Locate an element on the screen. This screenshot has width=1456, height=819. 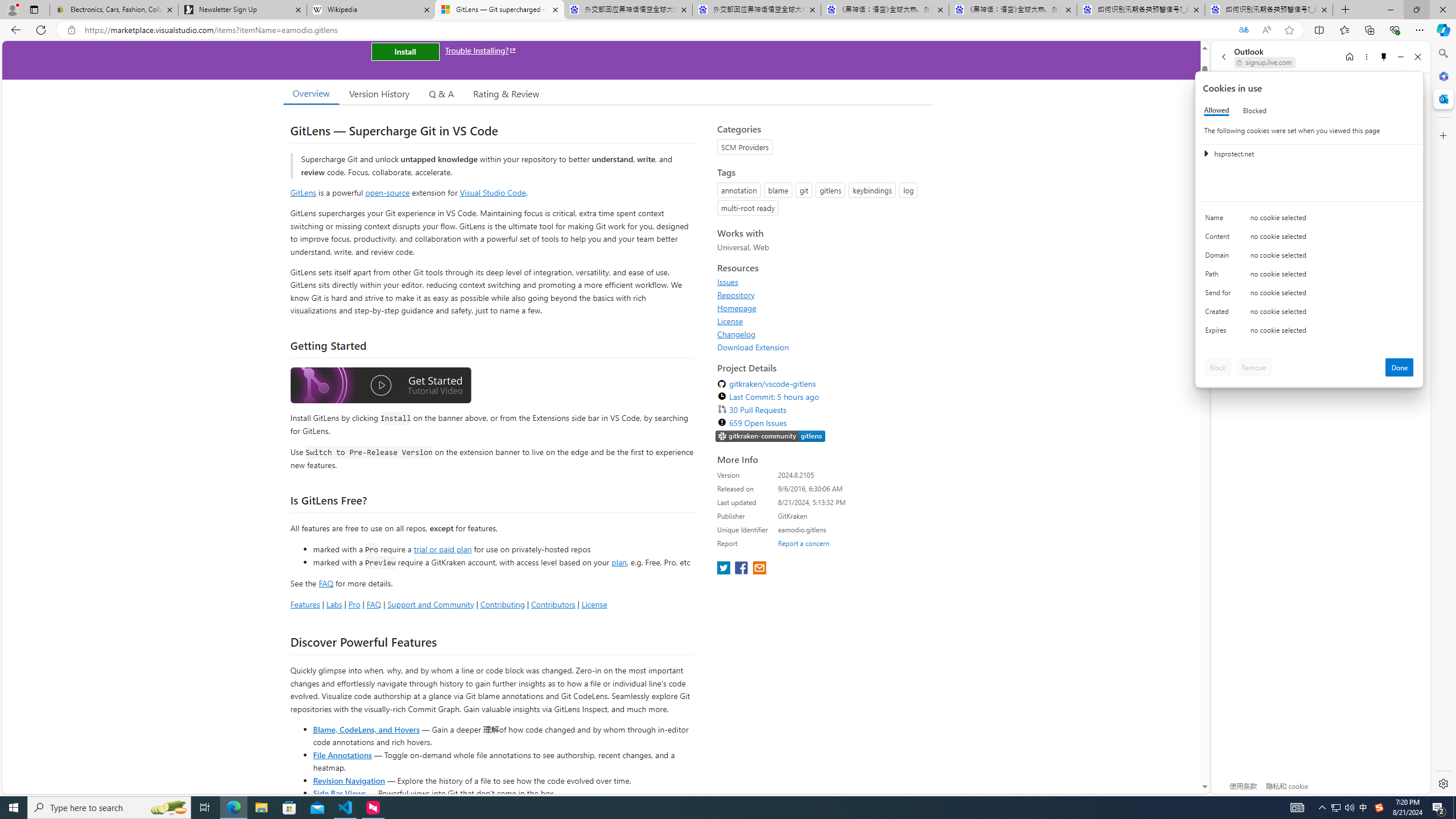
'Domain' is located at coordinates (1219, 257).